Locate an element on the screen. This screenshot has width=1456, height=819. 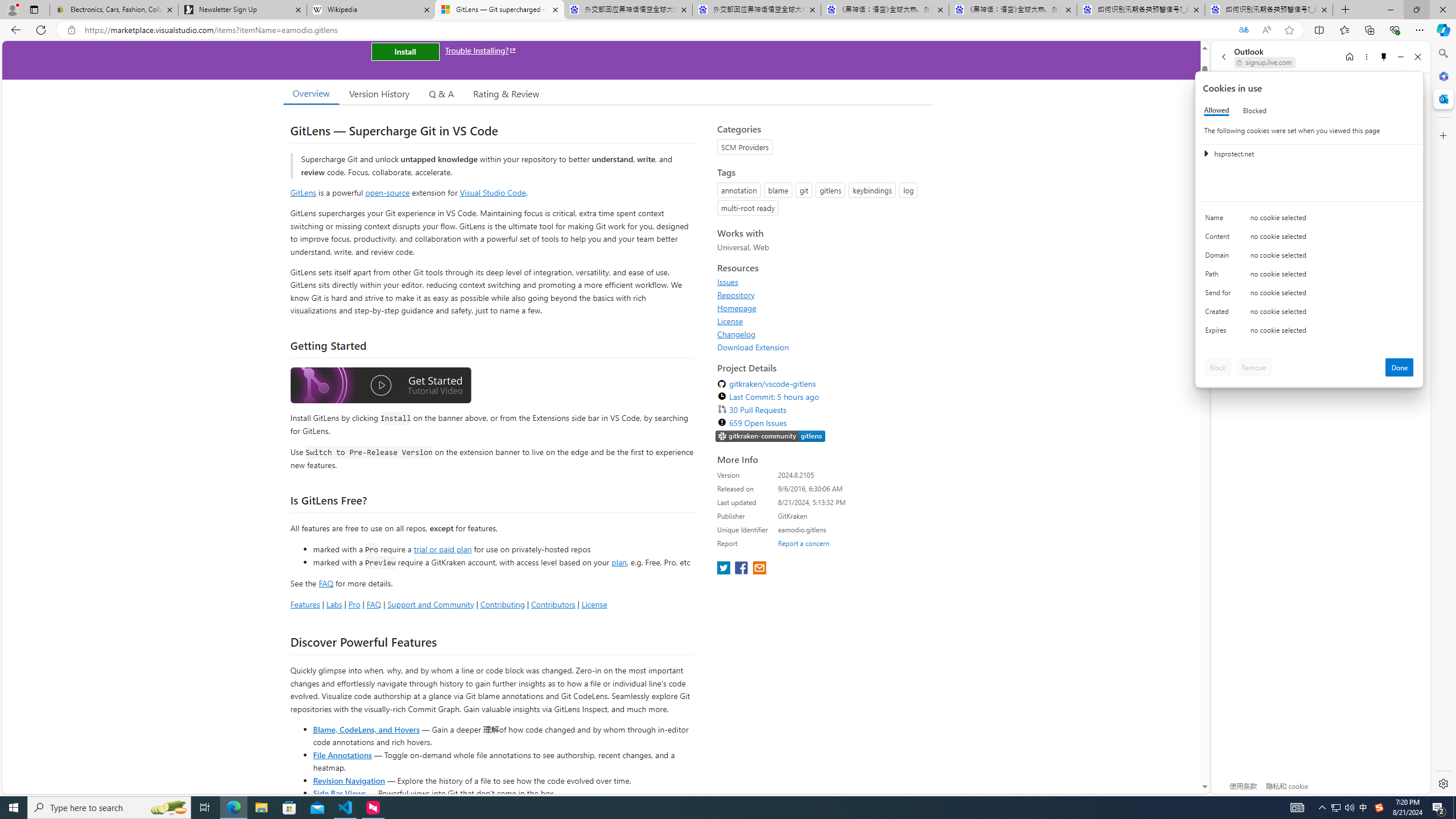
'Domain' is located at coordinates (1219, 257).